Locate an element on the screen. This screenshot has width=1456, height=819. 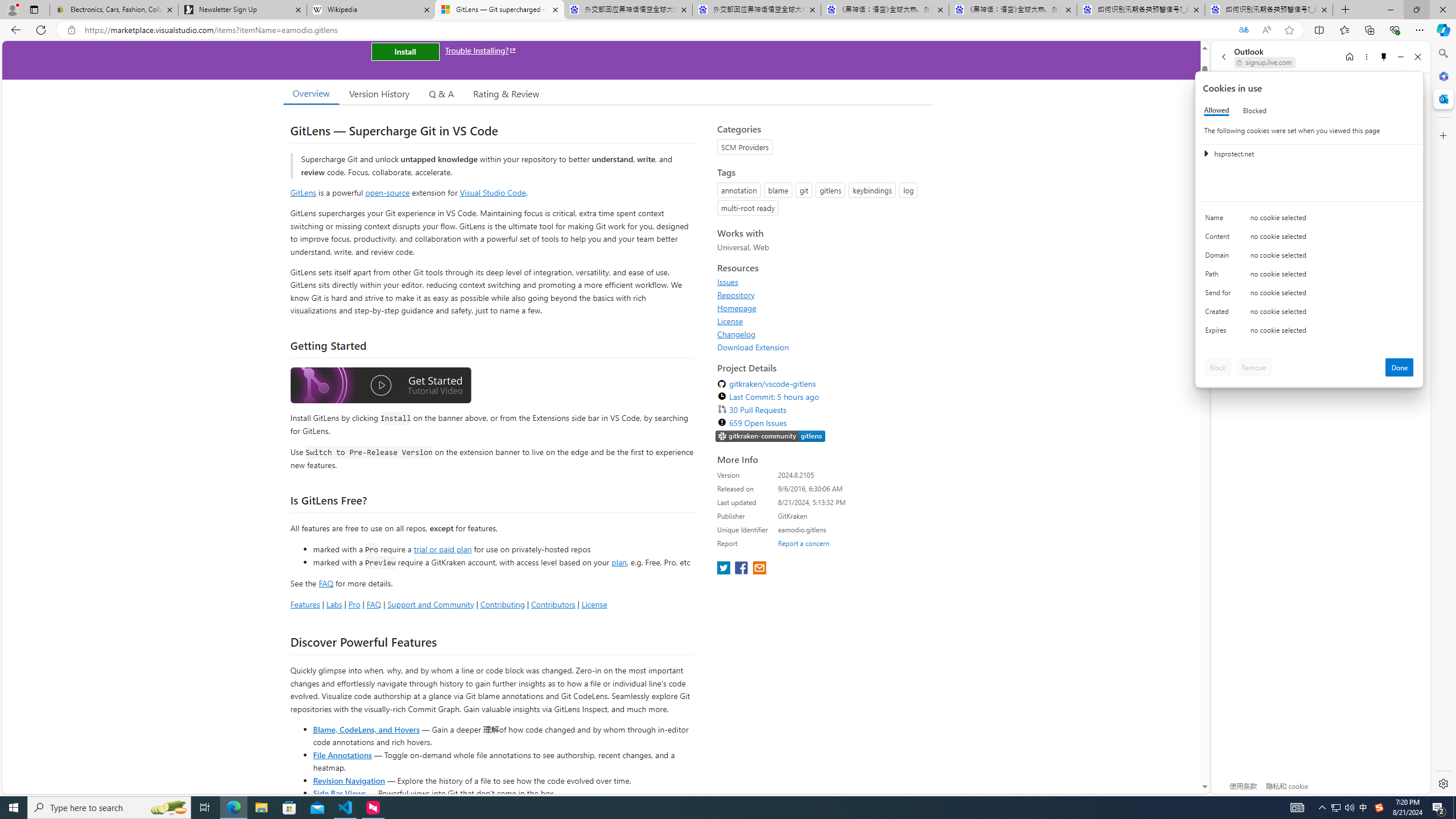
'Domain' is located at coordinates (1219, 257).